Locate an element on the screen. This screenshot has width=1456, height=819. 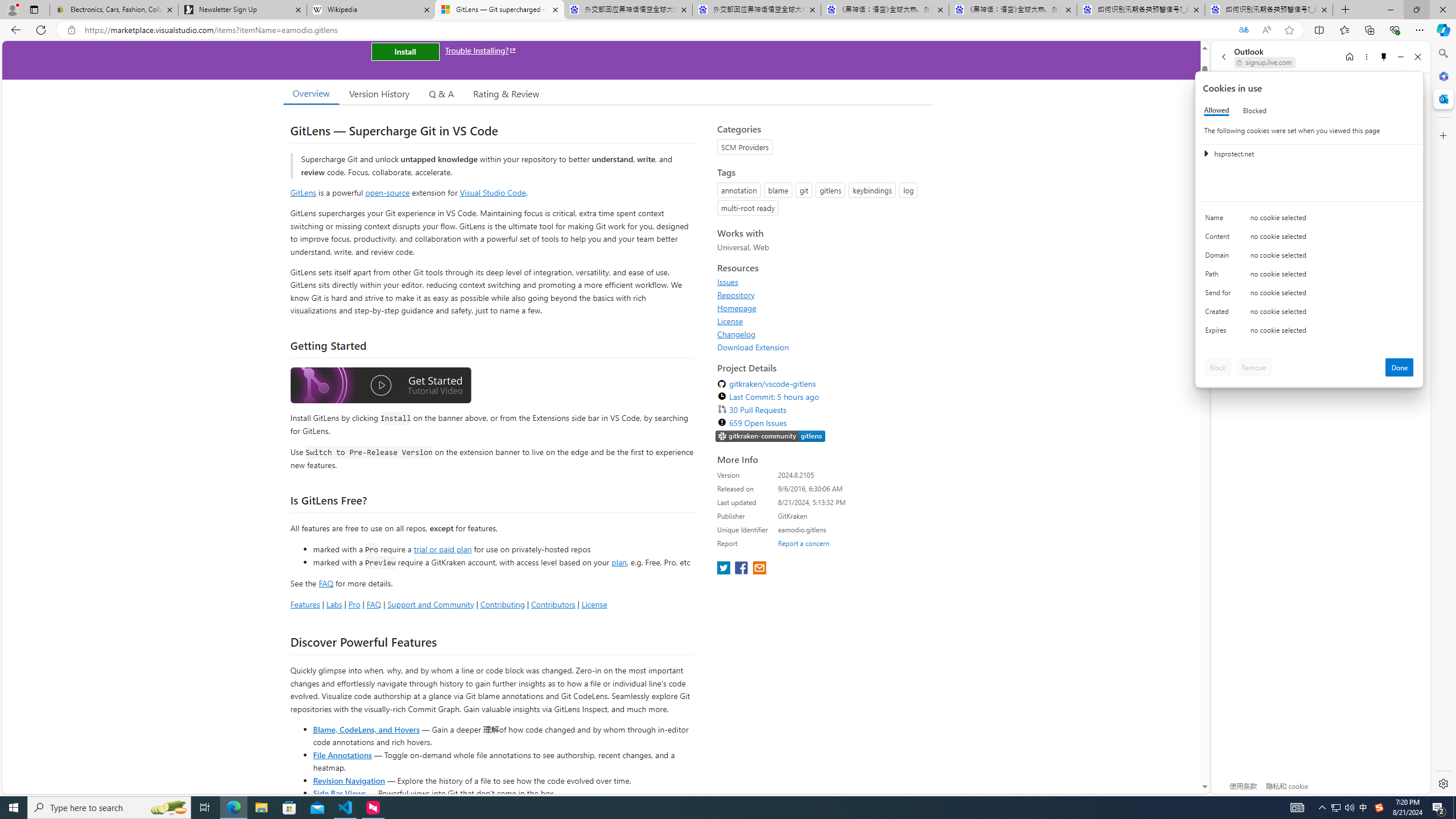
'Domain' is located at coordinates (1219, 257).